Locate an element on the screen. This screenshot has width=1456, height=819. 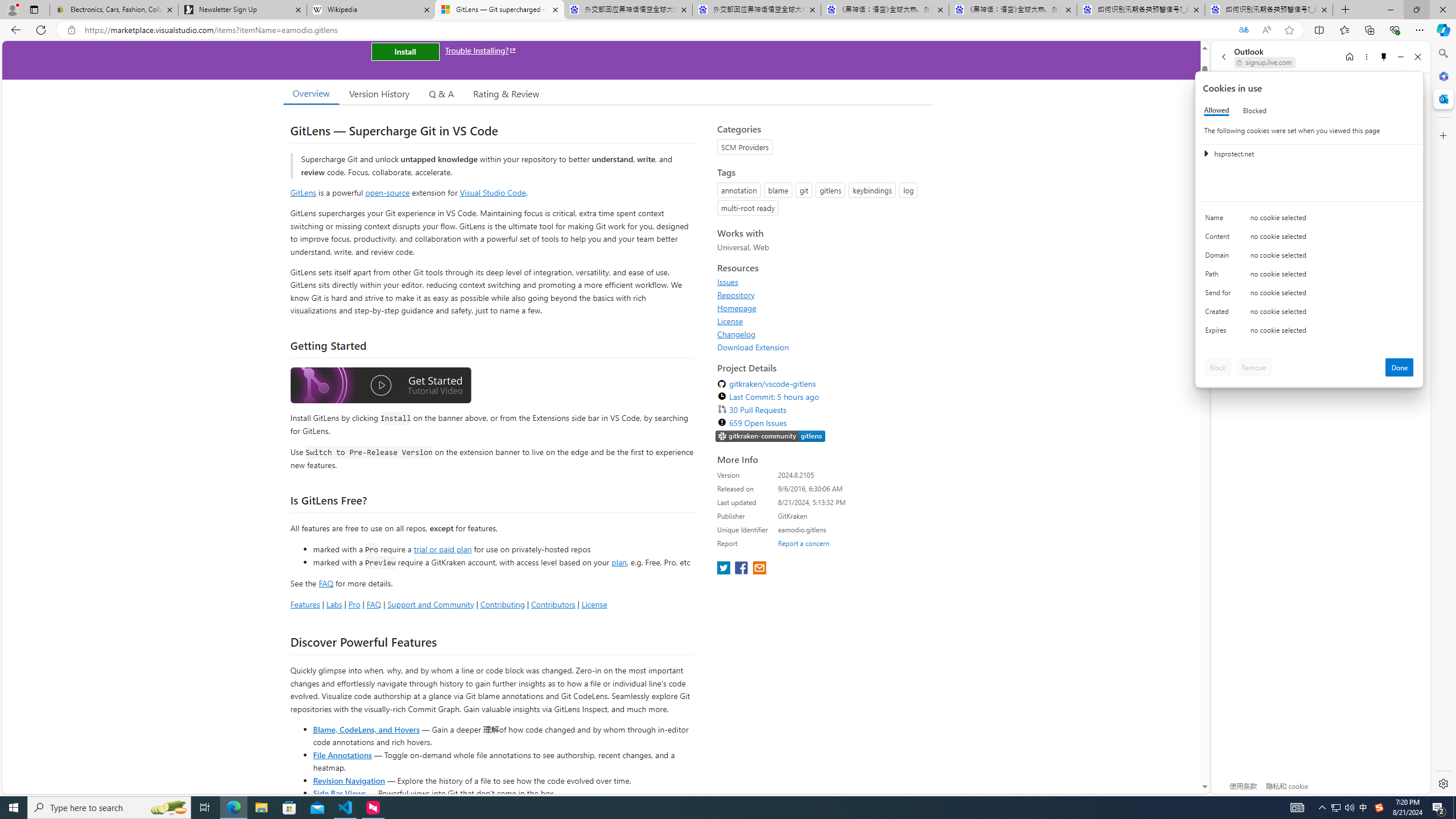
'Domain' is located at coordinates (1219, 257).